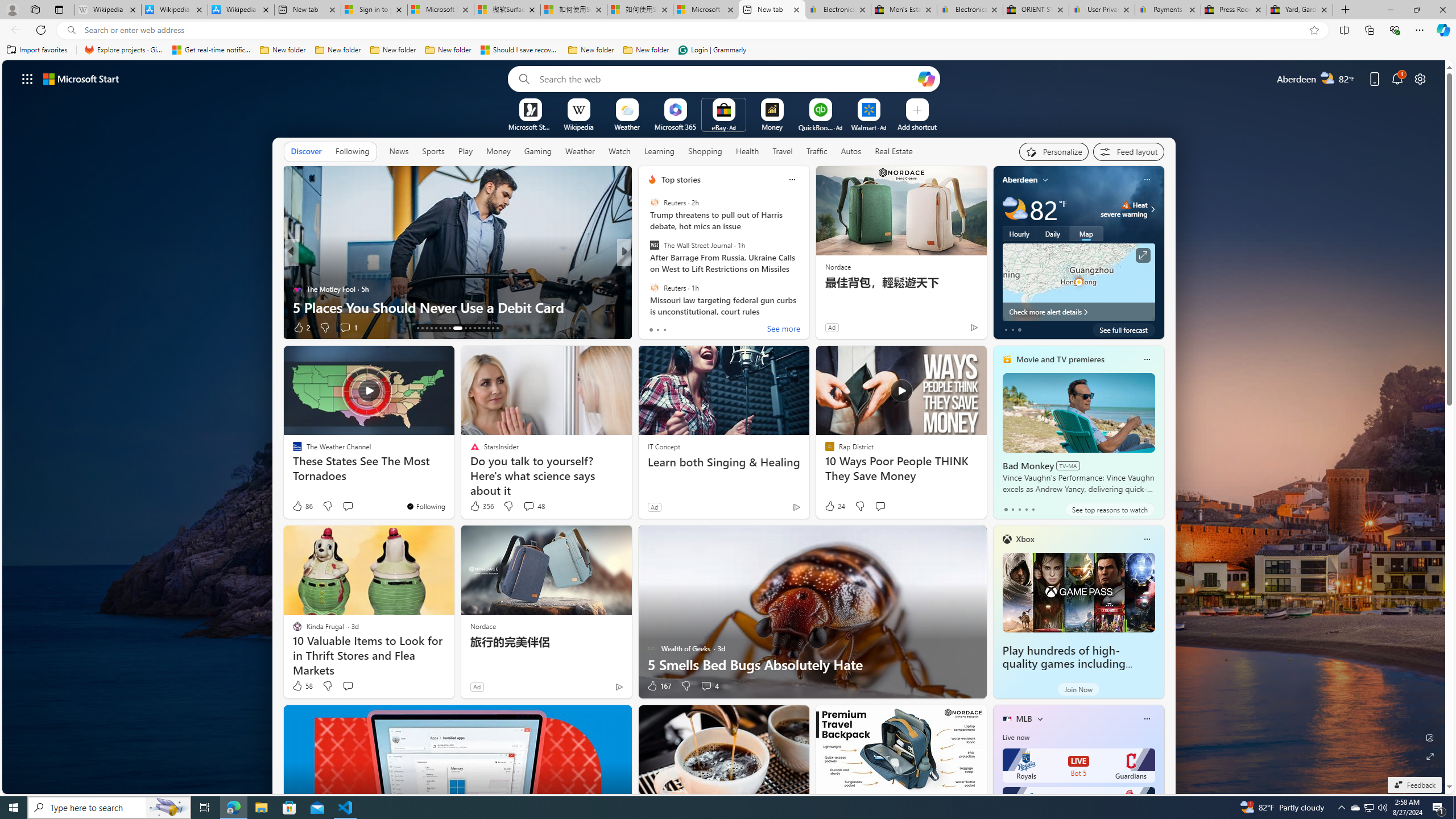 This screenshot has width=1456, height=819. Describe the element at coordinates (1039, 718) in the screenshot. I see `'More interests'` at that location.